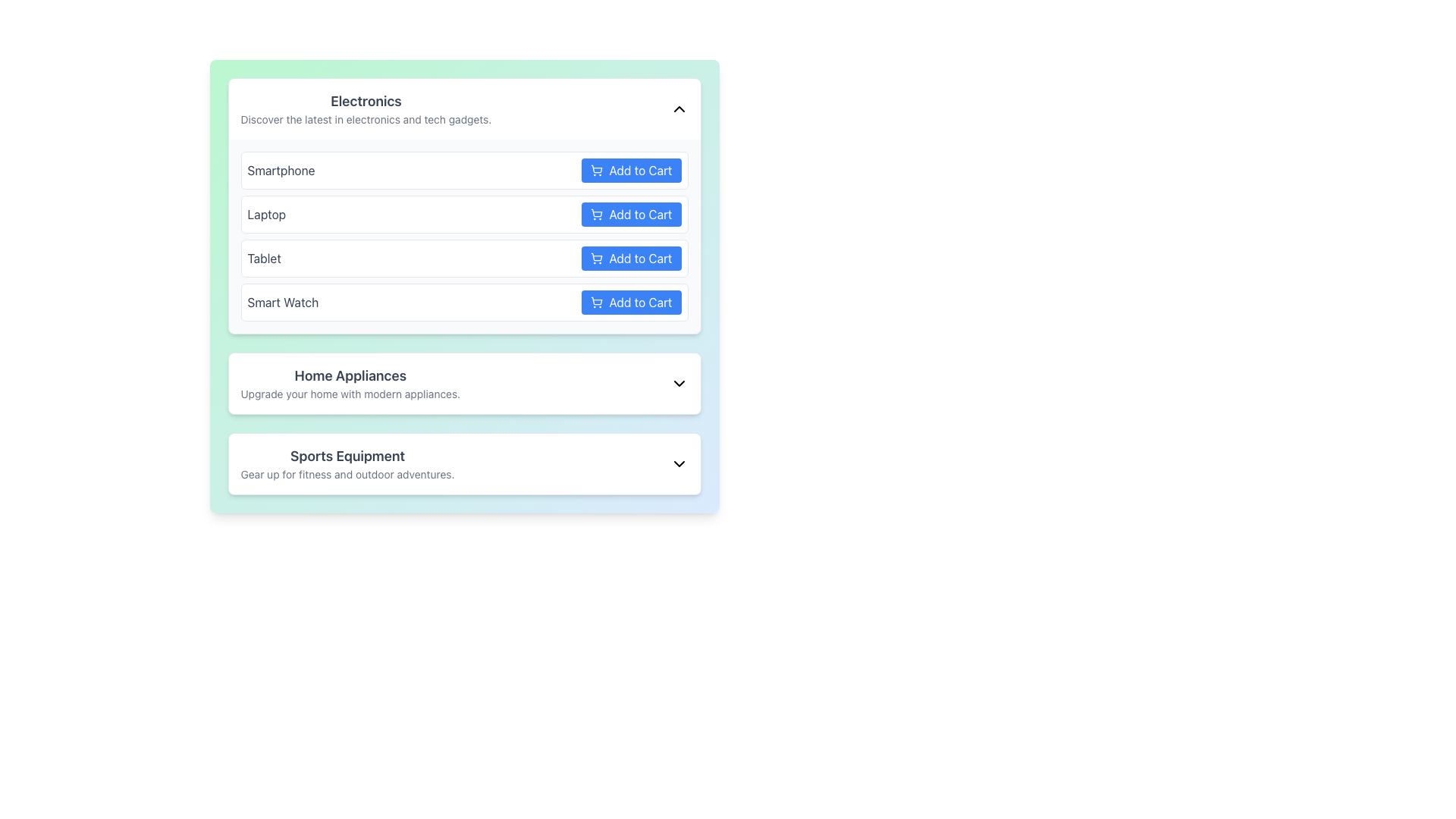  What do you see at coordinates (596, 170) in the screenshot?
I see `the 'Add to Cart' icon inside the button labeled 'Add to Cart' in the first row of the 'Electronics' section for the 'Smartphone' item` at bounding box center [596, 170].